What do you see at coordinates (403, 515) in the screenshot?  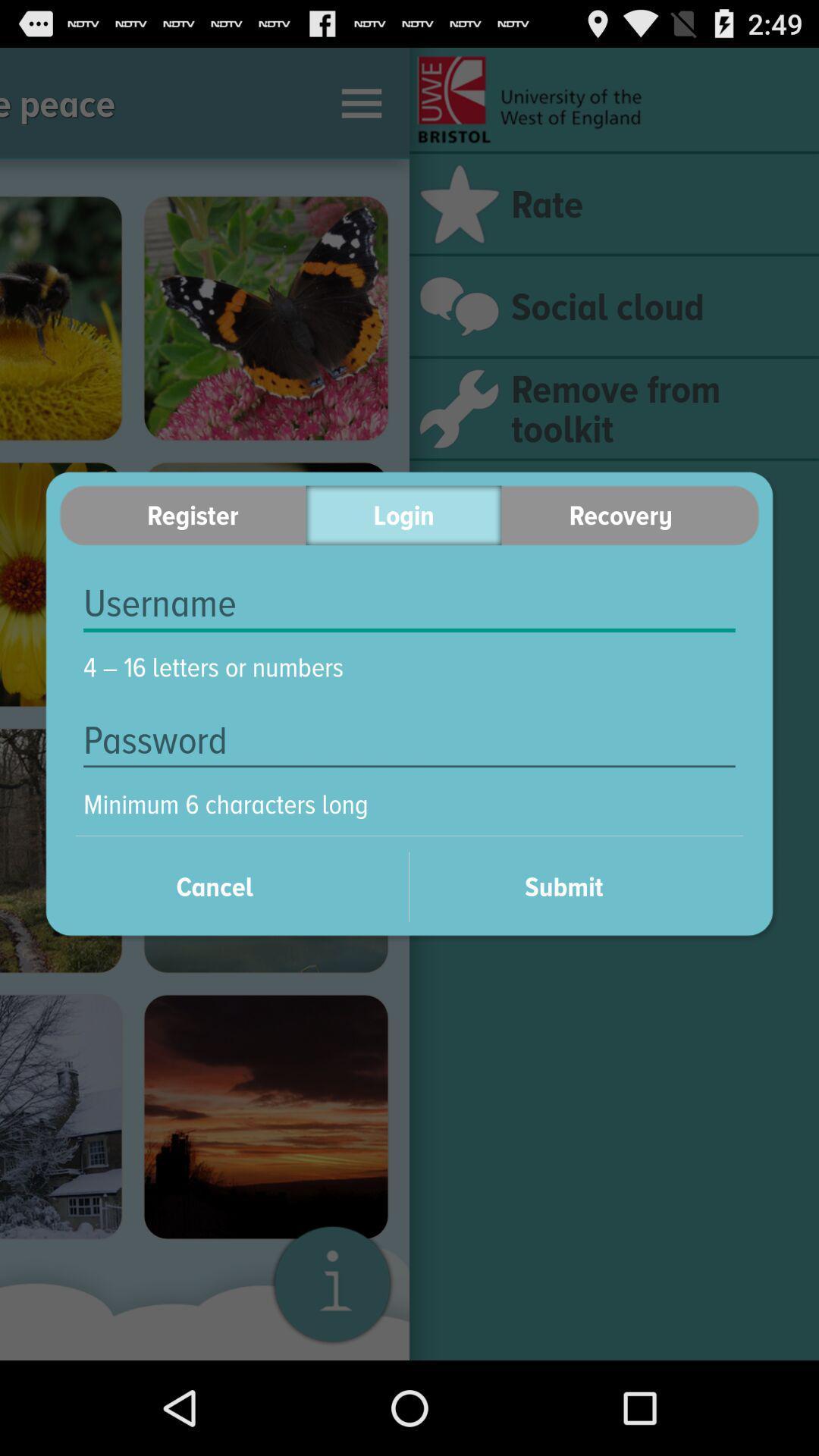 I see `item to the left of the recovery icon` at bounding box center [403, 515].